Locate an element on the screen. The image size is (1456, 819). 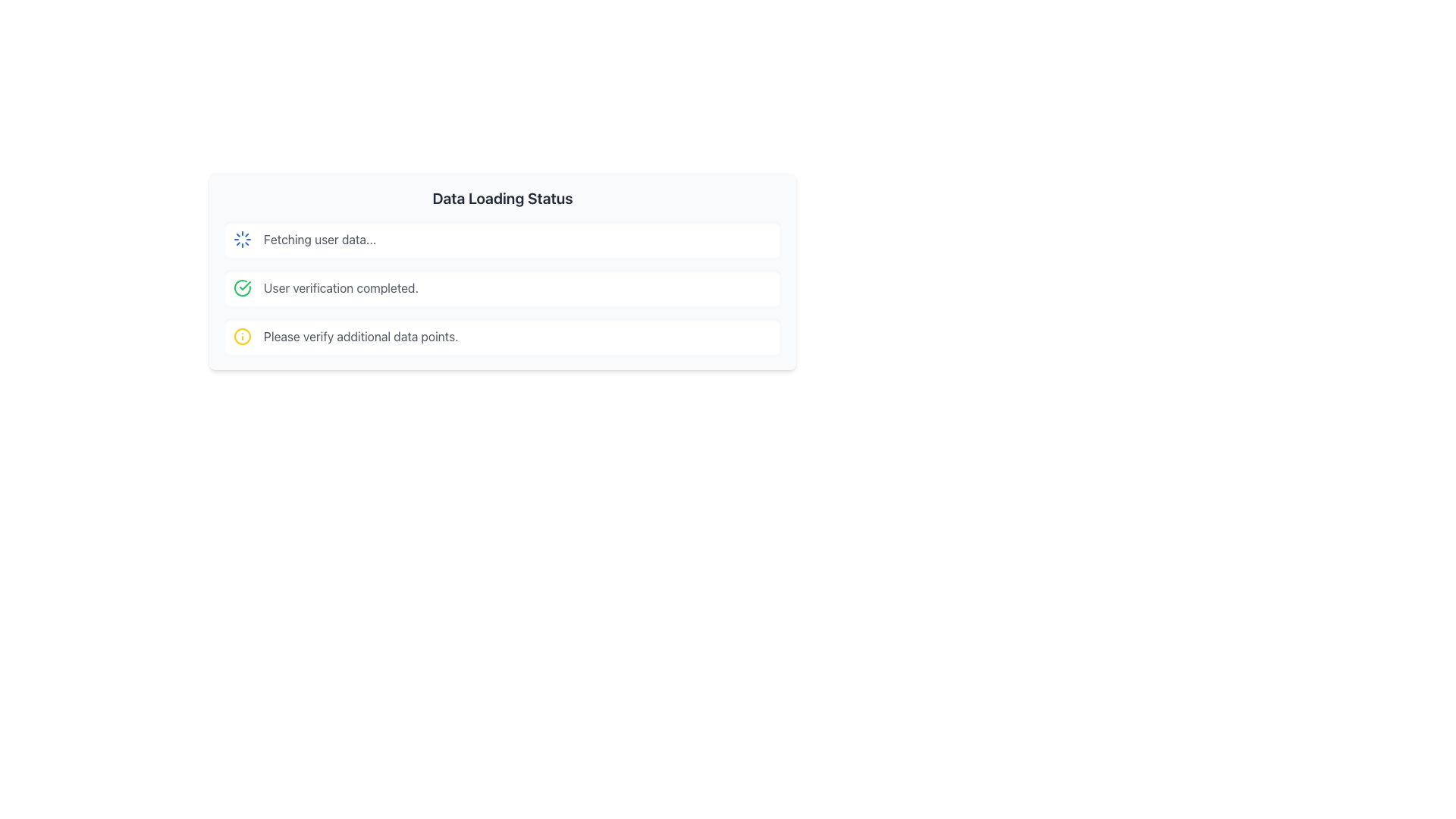
the informational message box that prompts the user for additional data verification, located below the 'User verification completed' item in the 'Data Loading Status' section is located at coordinates (502, 335).